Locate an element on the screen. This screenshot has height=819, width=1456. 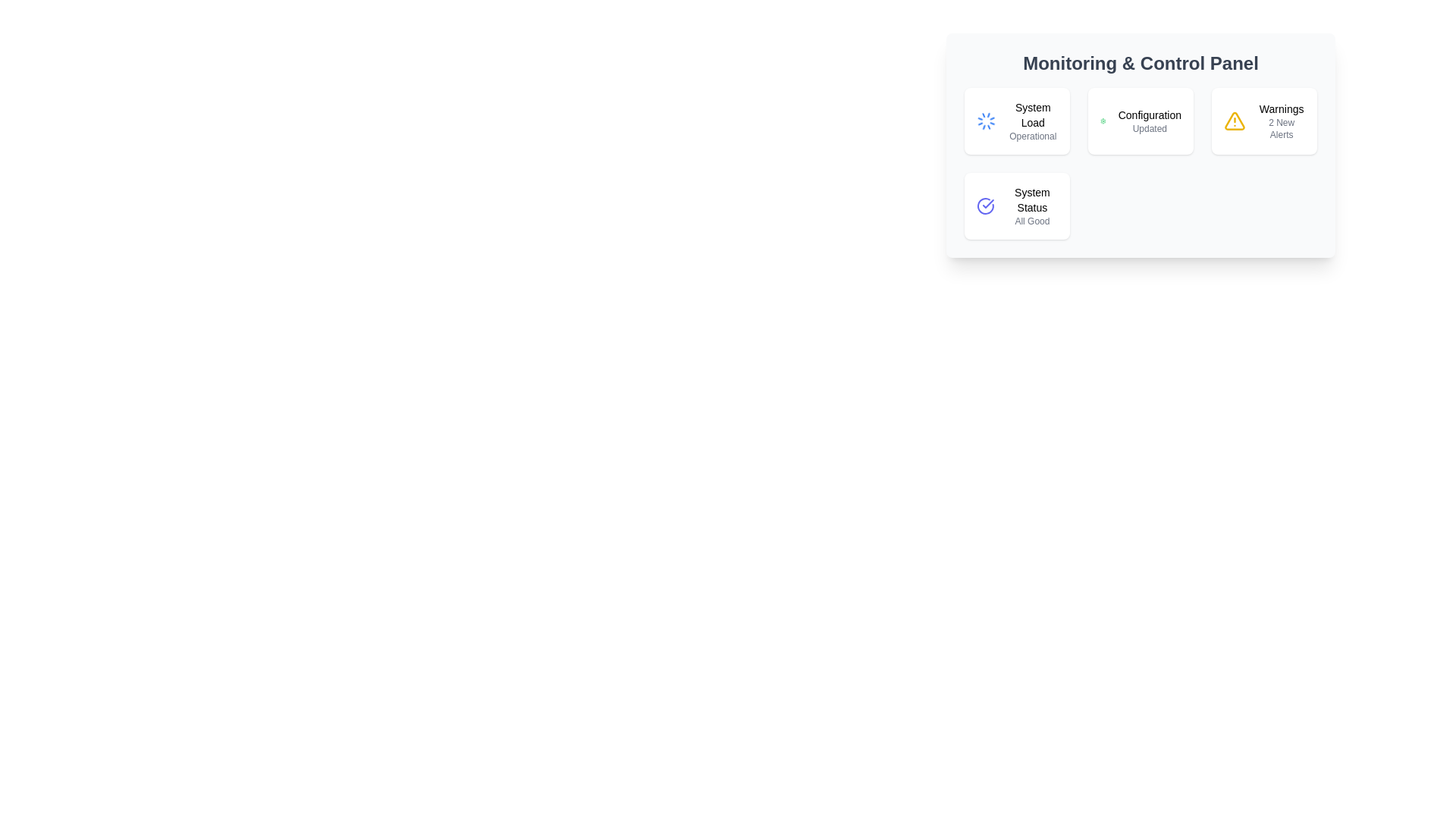
the text label displaying the word 'Updated' which is styled in a small, light gray font and positioned directly beneath the 'Configuration' text is located at coordinates (1150, 127).